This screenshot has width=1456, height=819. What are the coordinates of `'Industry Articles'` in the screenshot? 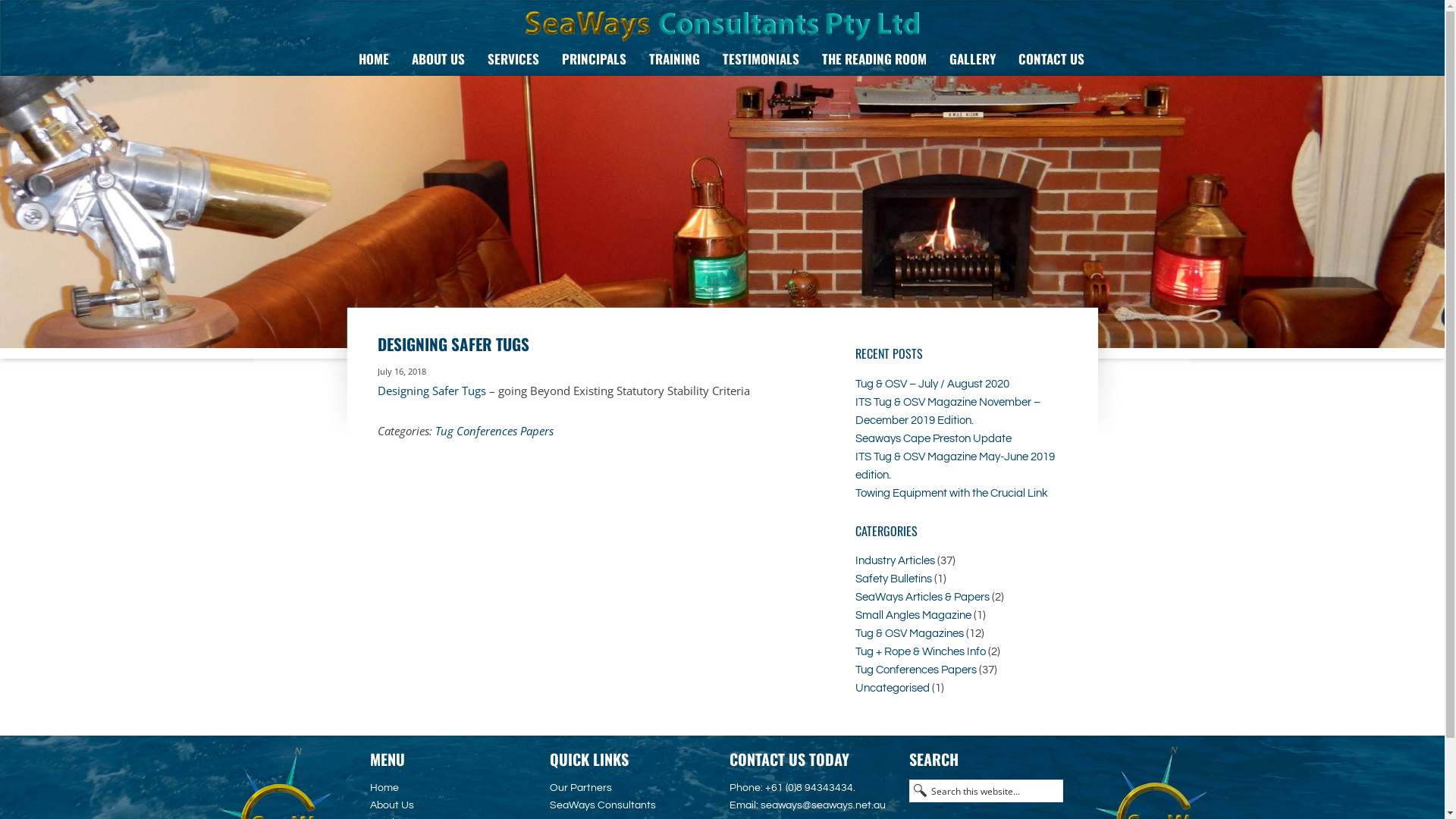 It's located at (895, 560).